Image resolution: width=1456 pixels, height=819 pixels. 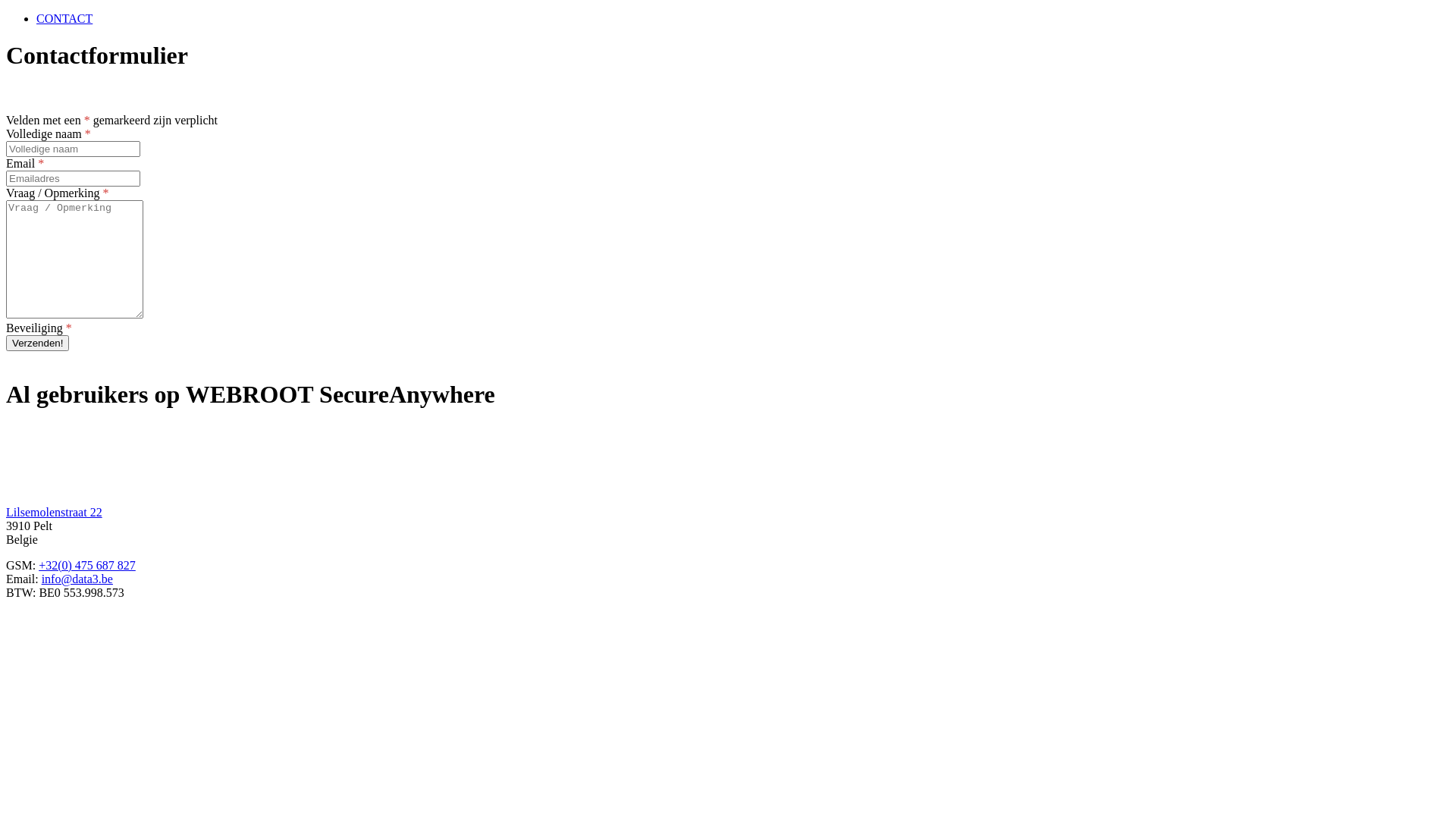 I want to click on 'Lilsemolenstraat 22', so click(x=6, y=512).